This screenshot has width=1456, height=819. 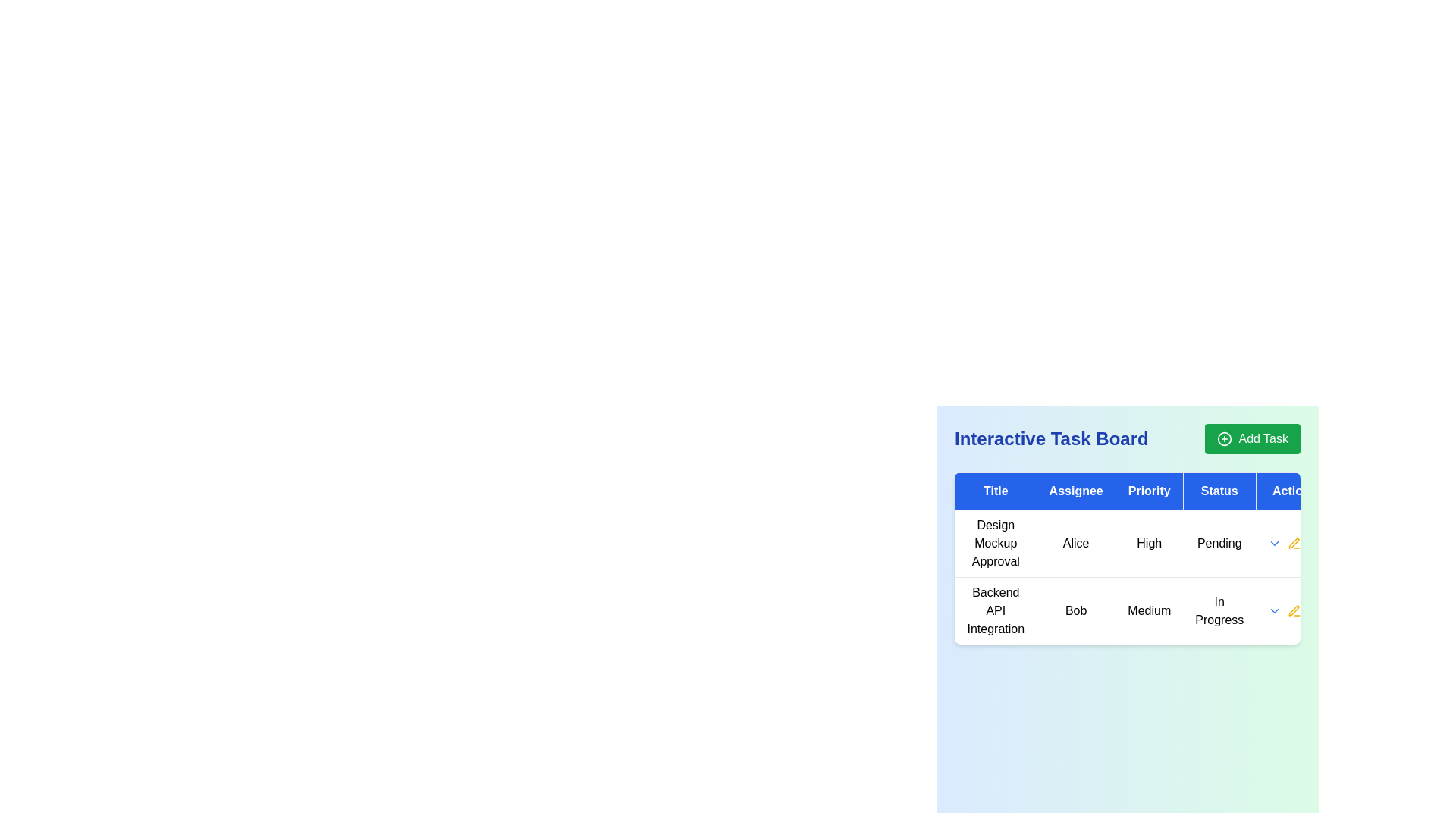 I want to click on the static text label displaying the name 'Bob' in the 'Assignee' column of the second row in the 'Interactive Task Board', so click(x=1075, y=610).